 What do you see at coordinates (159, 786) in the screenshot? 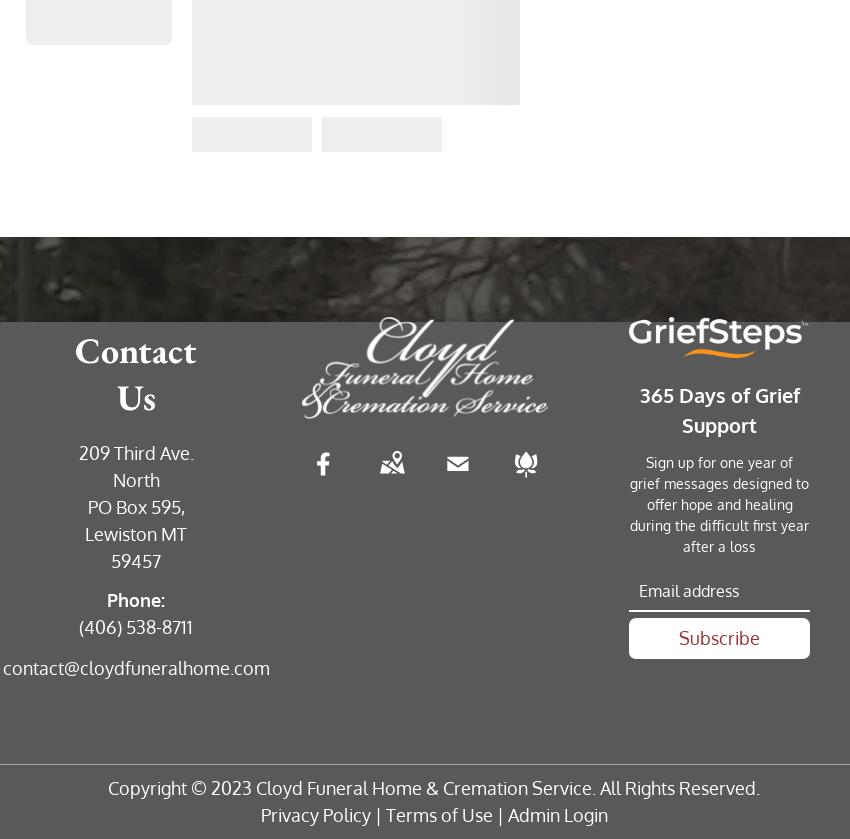
I see `'Copyright ©'` at bounding box center [159, 786].